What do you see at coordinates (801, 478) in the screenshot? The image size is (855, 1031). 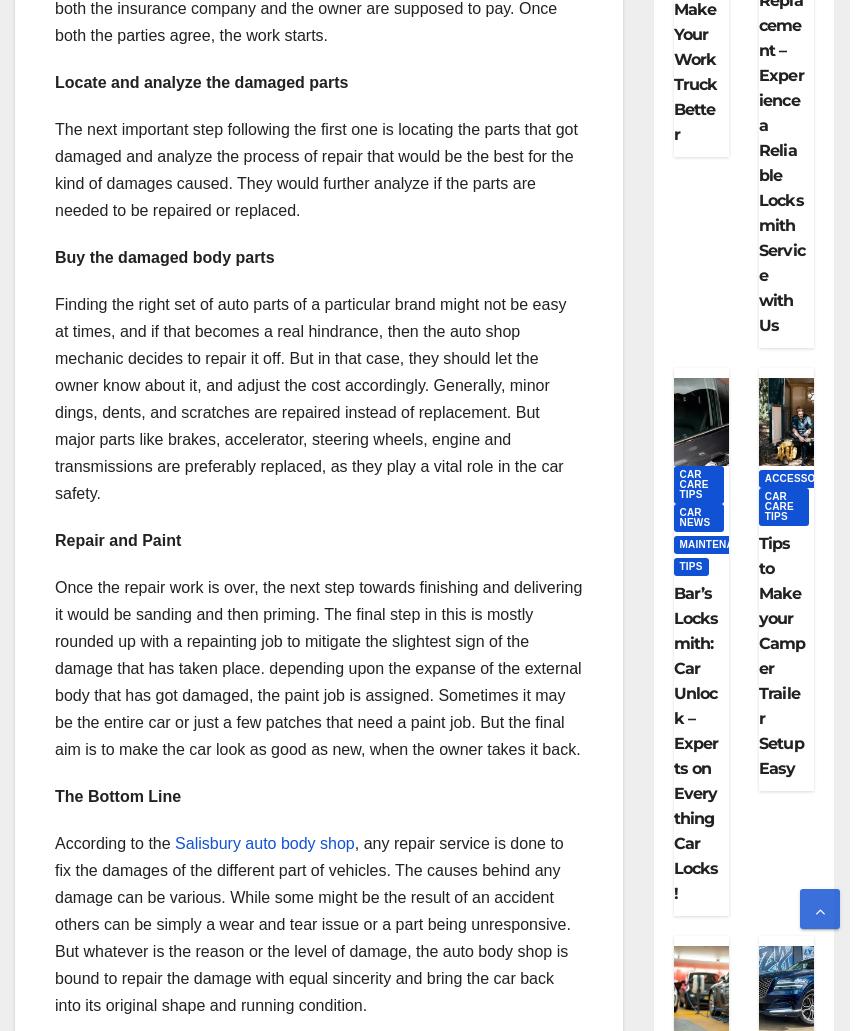 I see `'Accessories'` at bounding box center [801, 478].